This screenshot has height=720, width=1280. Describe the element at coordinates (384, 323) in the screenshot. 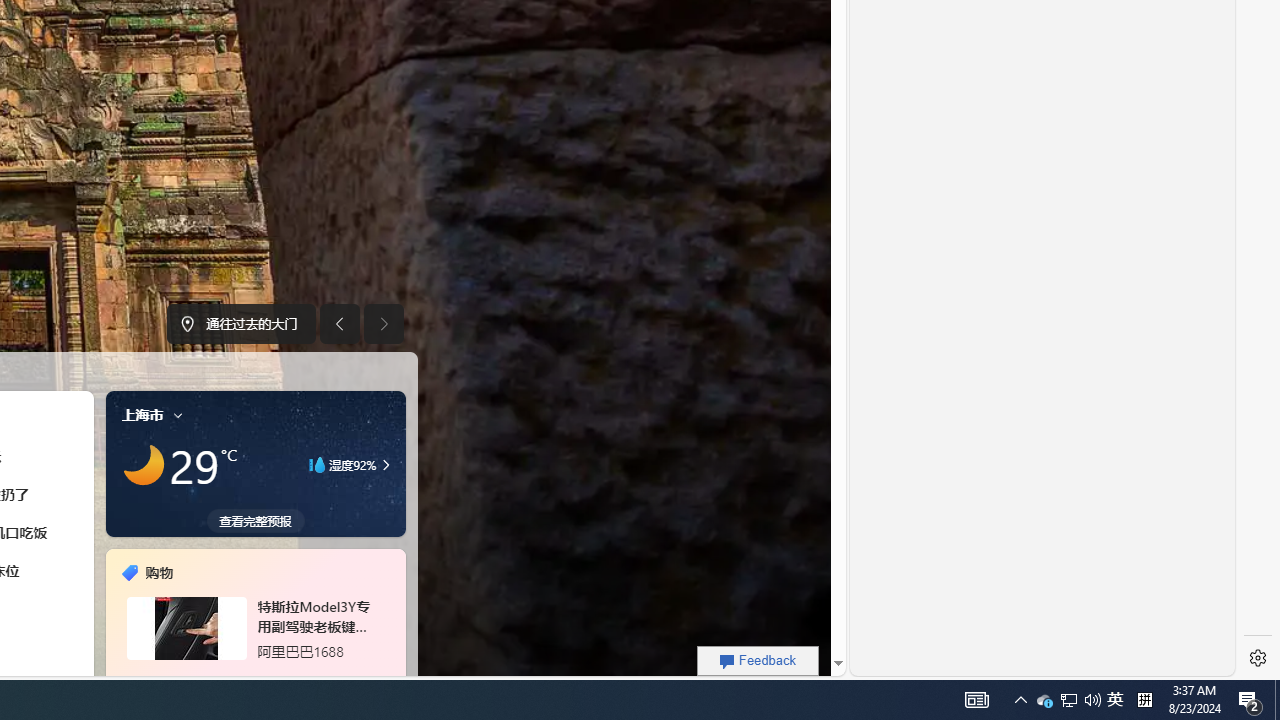

I see `'Next image'` at that location.